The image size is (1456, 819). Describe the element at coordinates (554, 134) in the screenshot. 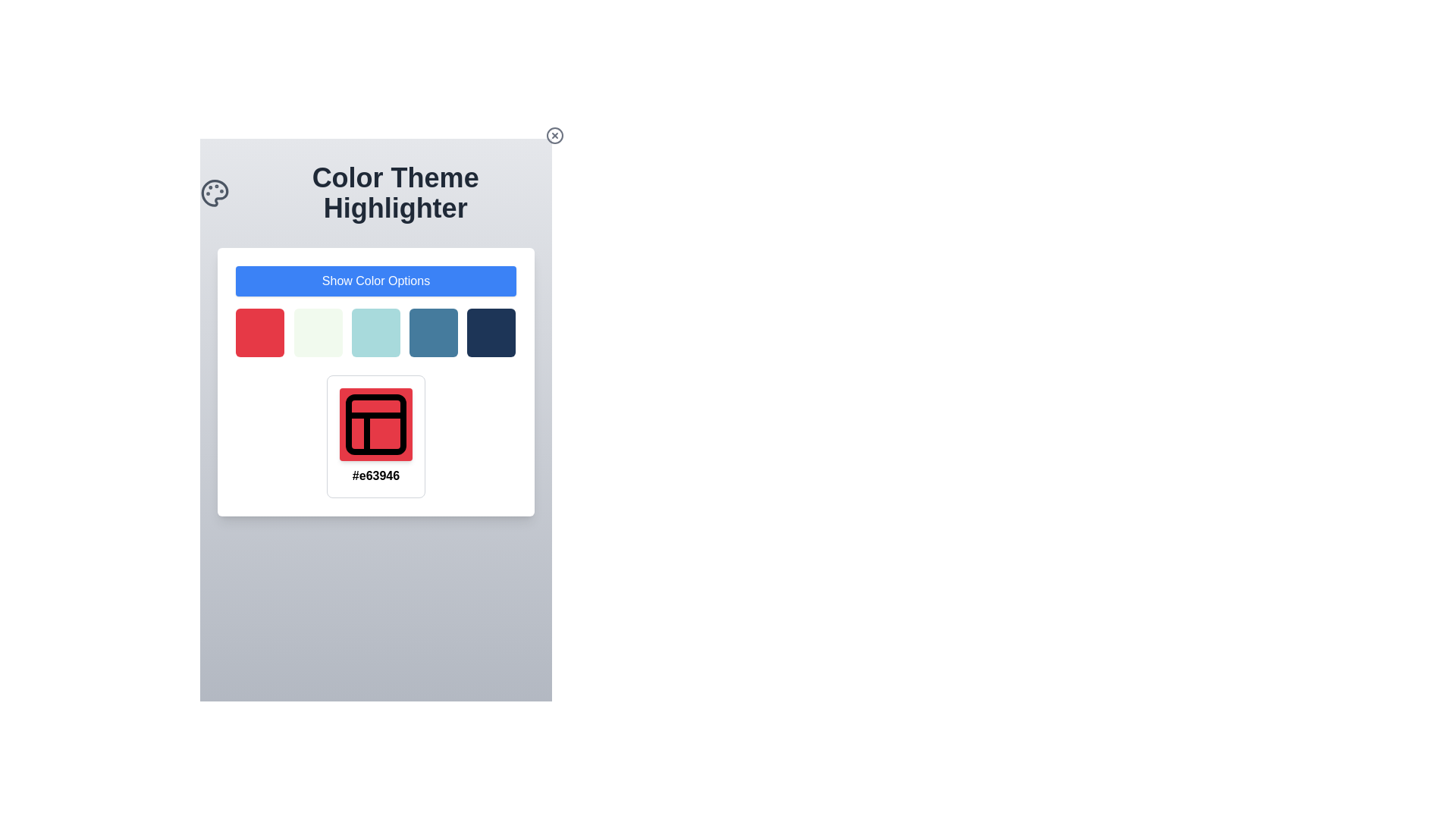

I see `the close or cancel button located at the top-right corner of the interface` at that location.